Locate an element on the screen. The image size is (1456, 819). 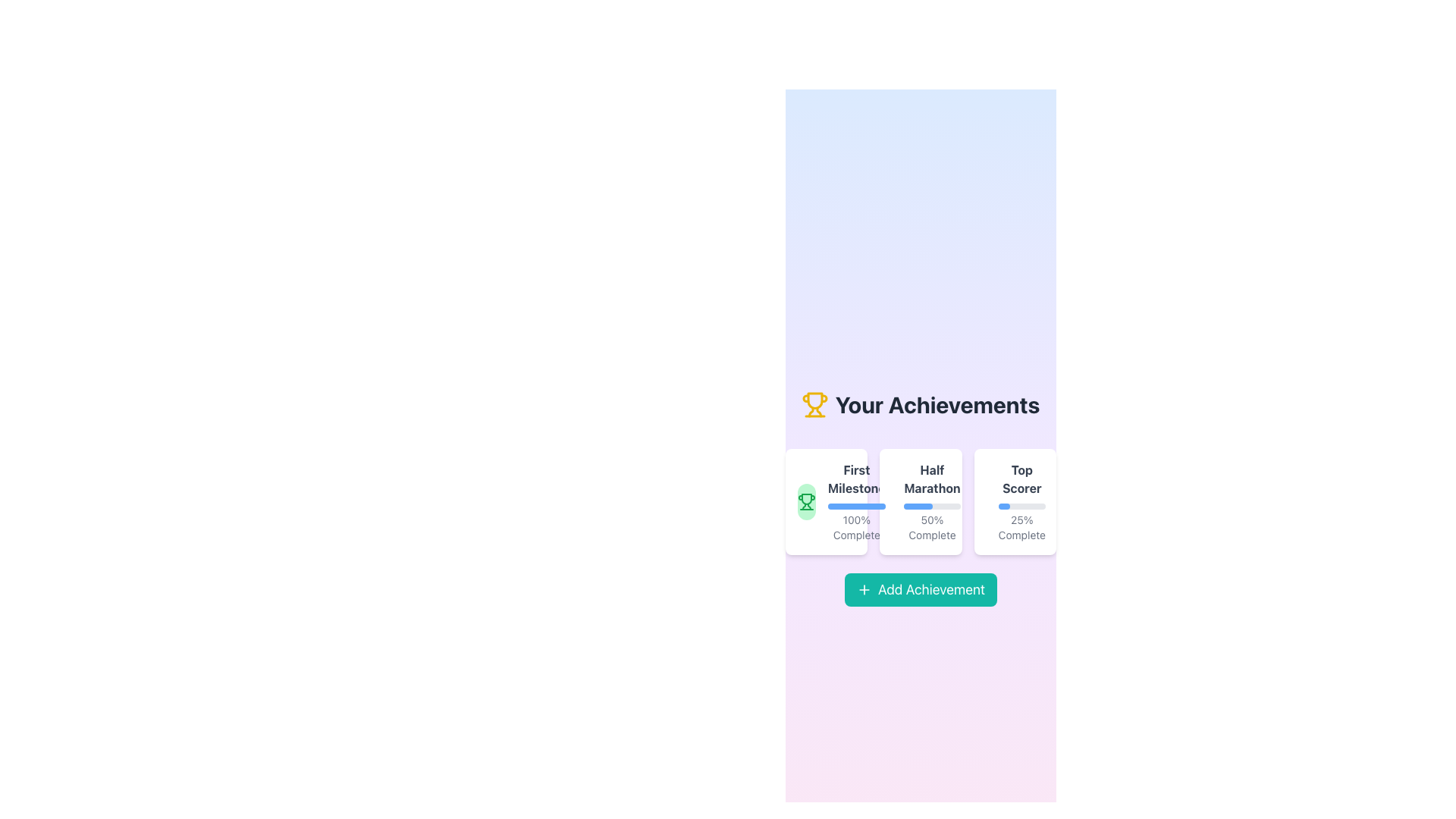
the achievement icon located to the left of the heading 'Your Achievements' is located at coordinates (814, 403).